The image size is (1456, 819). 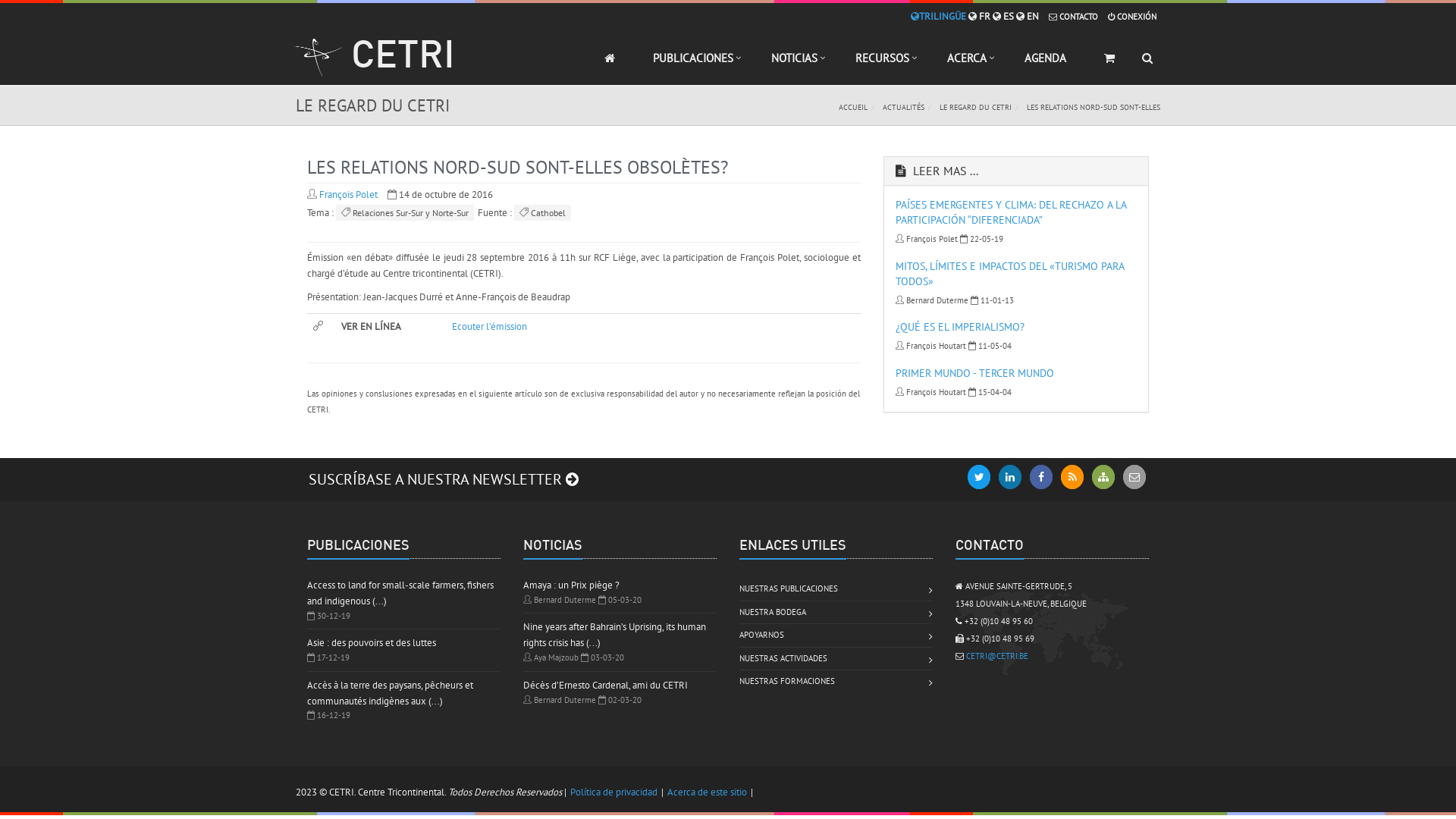 What do you see at coordinates (882, 64) in the screenshot?
I see `'RECURSOS'` at bounding box center [882, 64].